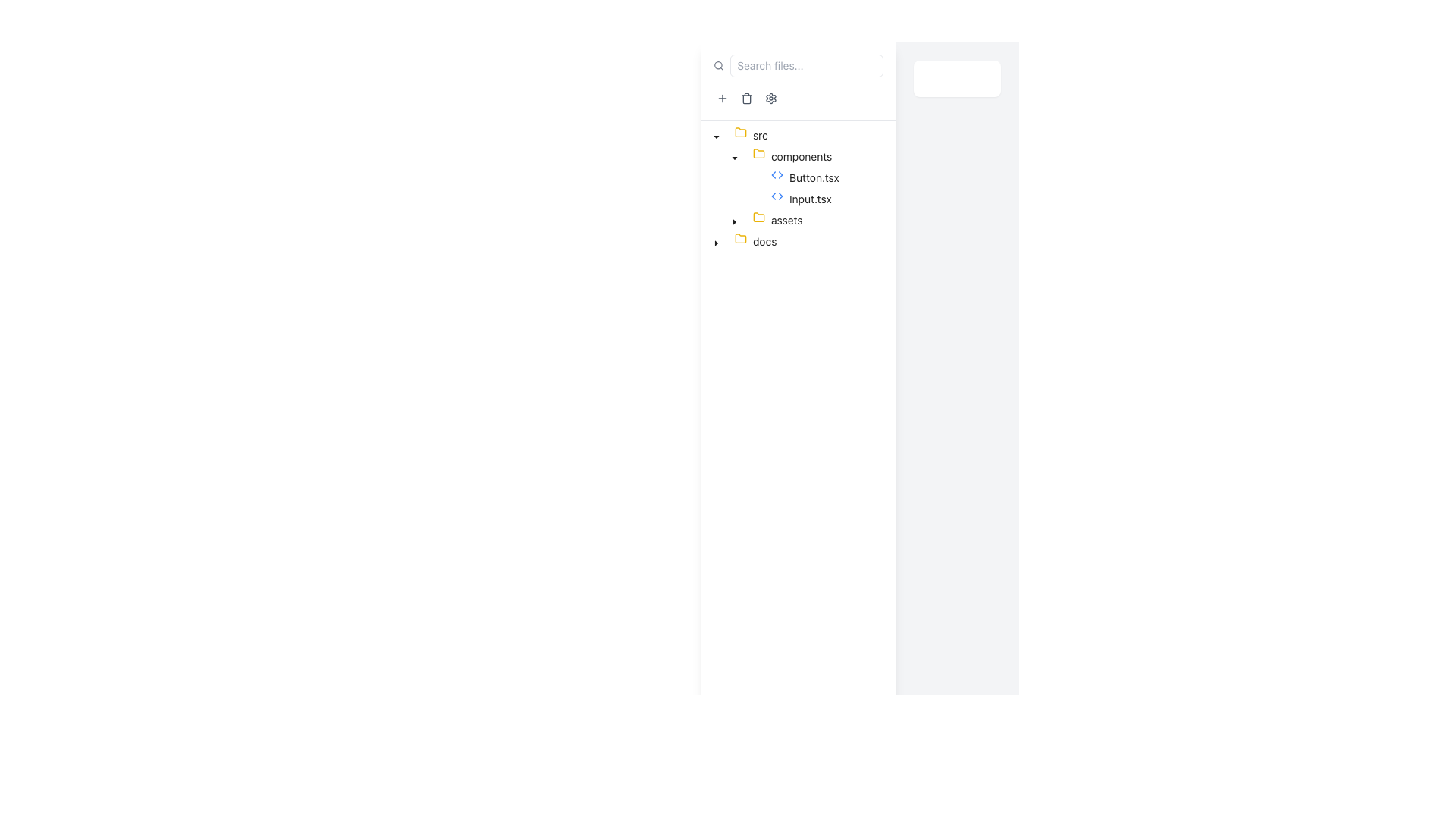 This screenshot has width=1456, height=819. What do you see at coordinates (716, 242) in the screenshot?
I see `the toggle button styled as a caret-down icon located next to the 'docs' folder` at bounding box center [716, 242].